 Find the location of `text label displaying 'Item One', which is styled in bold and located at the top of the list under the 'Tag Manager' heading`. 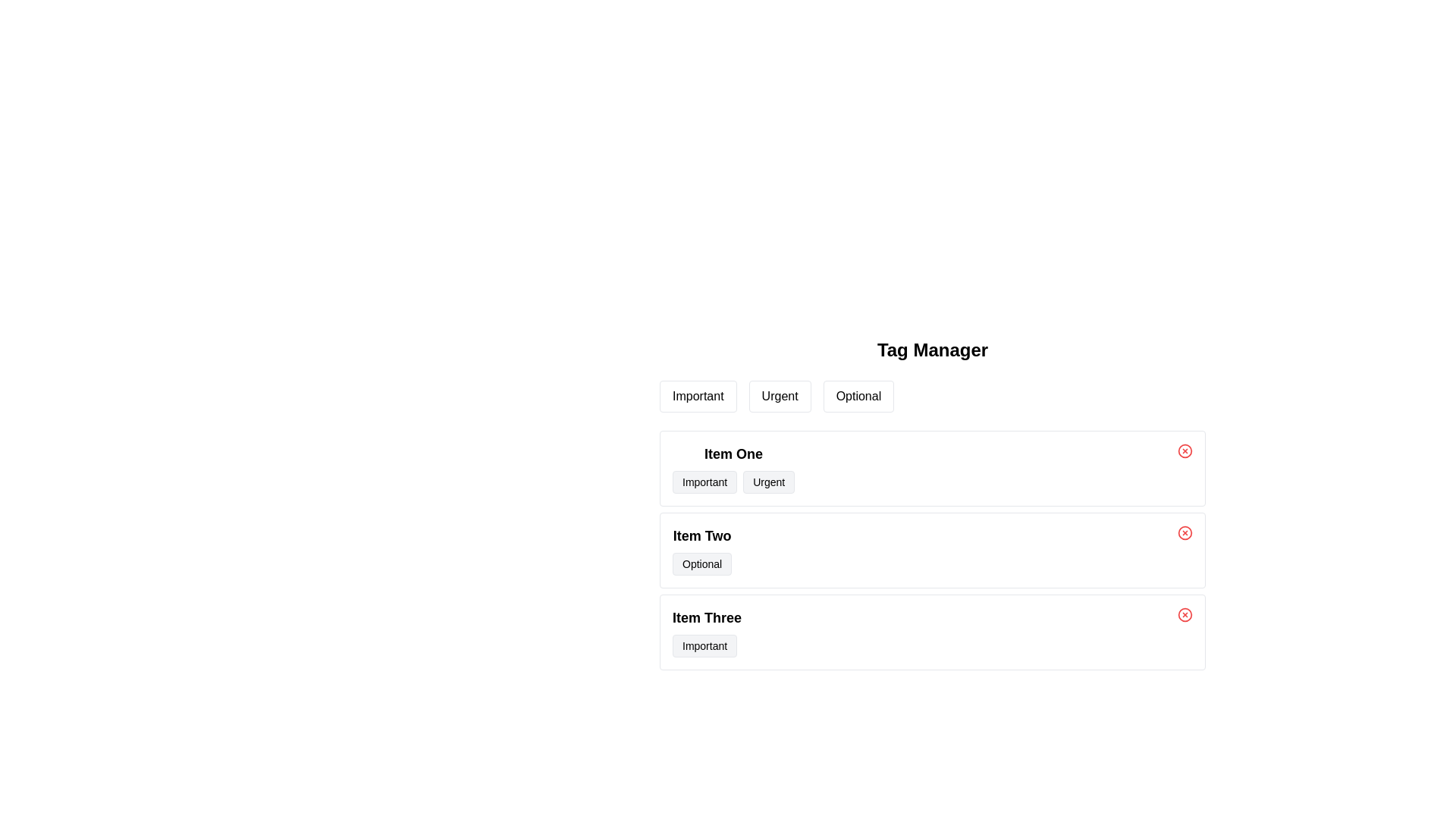

text label displaying 'Item One', which is styled in bold and located at the top of the list under the 'Tag Manager' heading is located at coordinates (733, 453).